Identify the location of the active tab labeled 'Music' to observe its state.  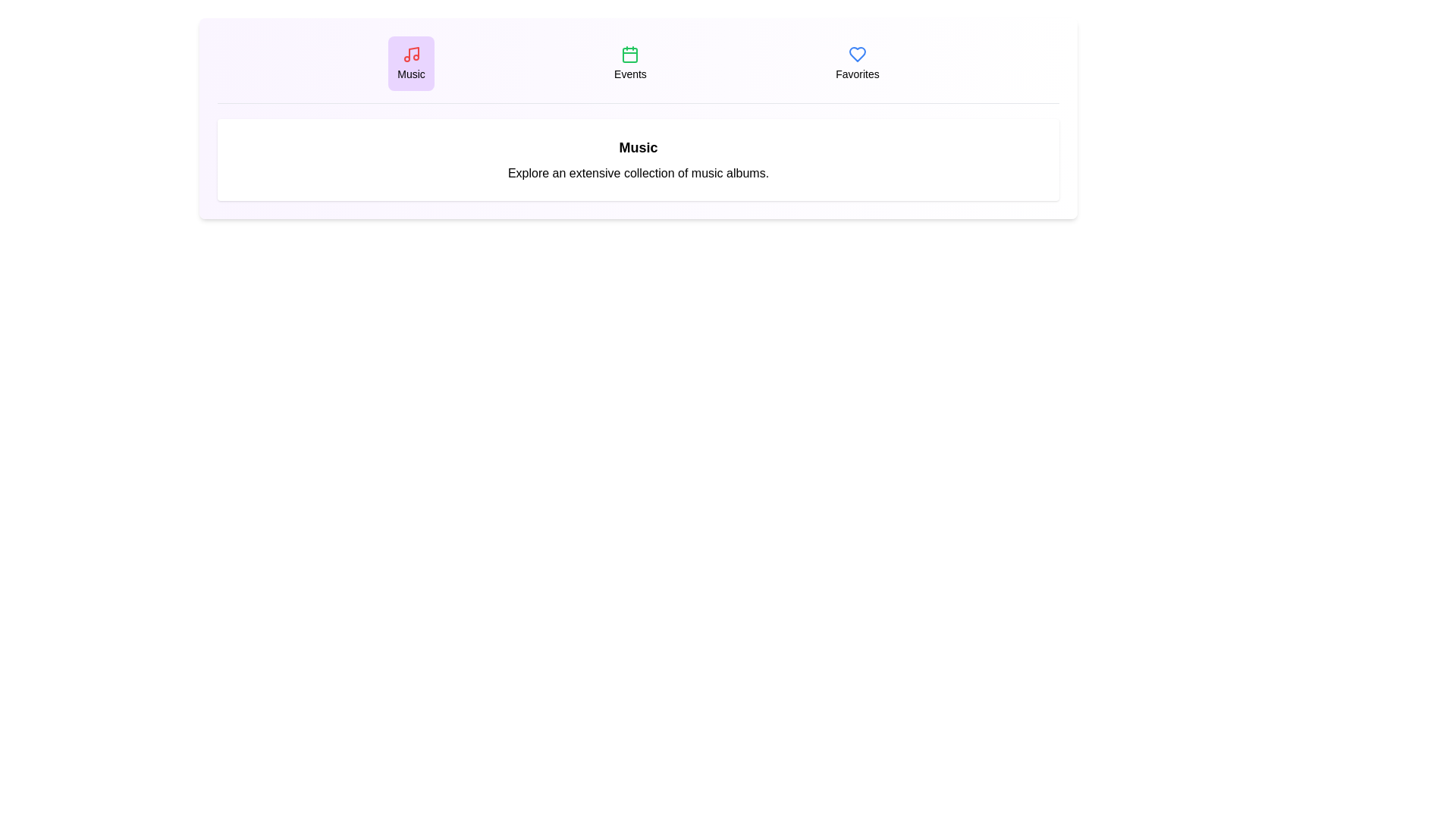
(411, 63).